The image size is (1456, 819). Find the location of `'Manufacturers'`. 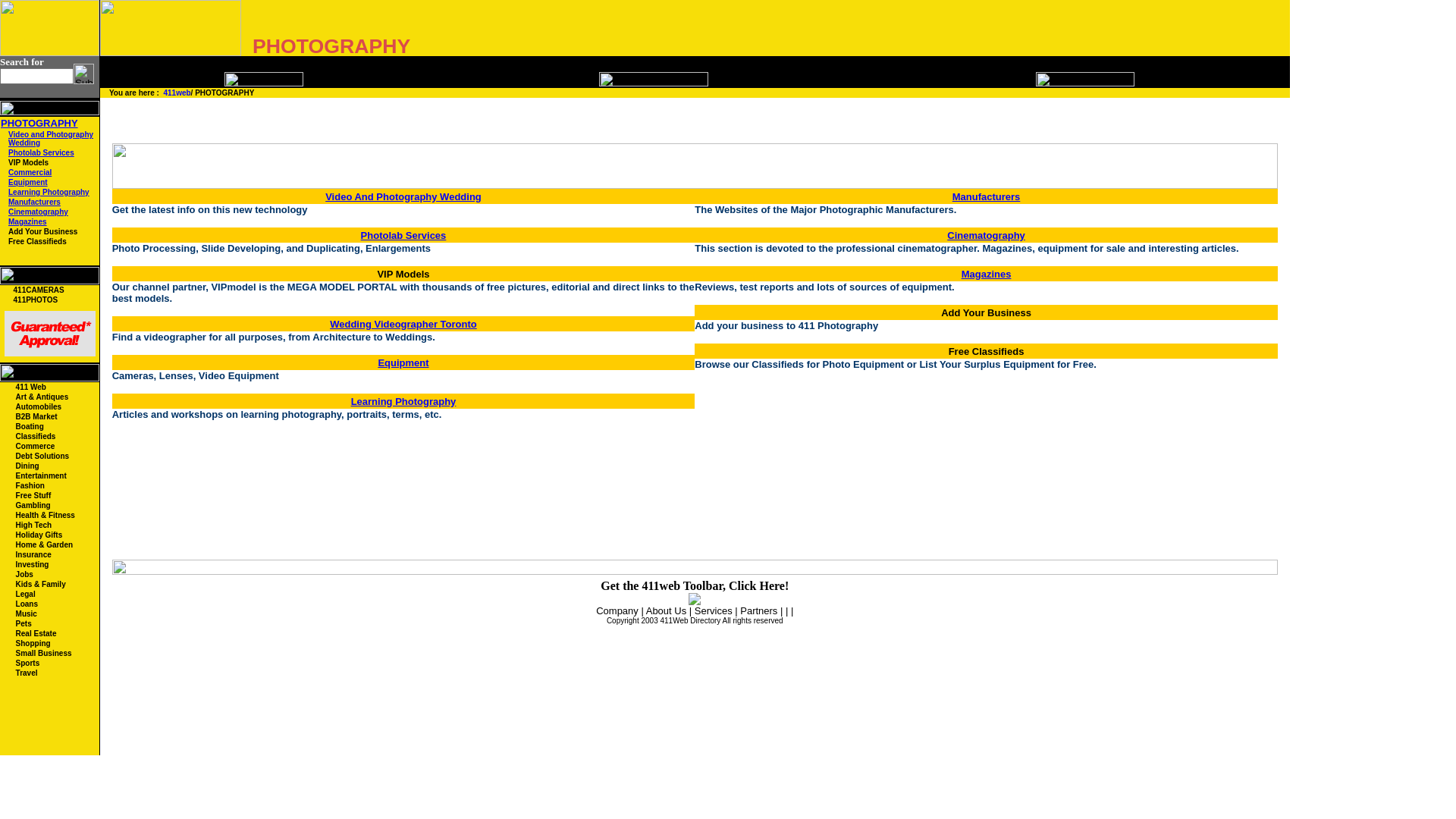

'Manufacturers' is located at coordinates (34, 201).